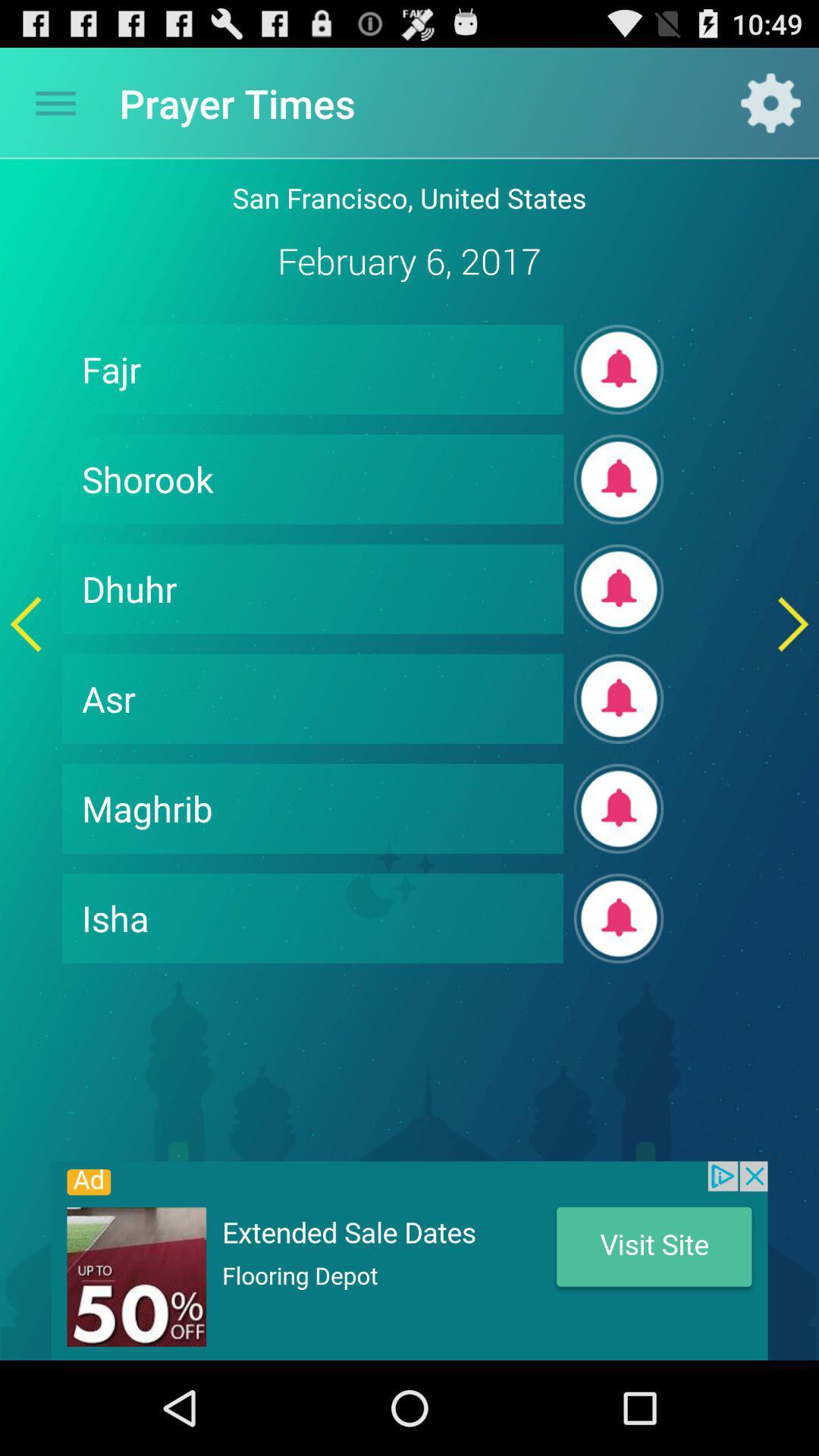 Image resolution: width=819 pixels, height=1456 pixels. What do you see at coordinates (619, 588) in the screenshot?
I see `click bell button` at bounding box center [619, 588].